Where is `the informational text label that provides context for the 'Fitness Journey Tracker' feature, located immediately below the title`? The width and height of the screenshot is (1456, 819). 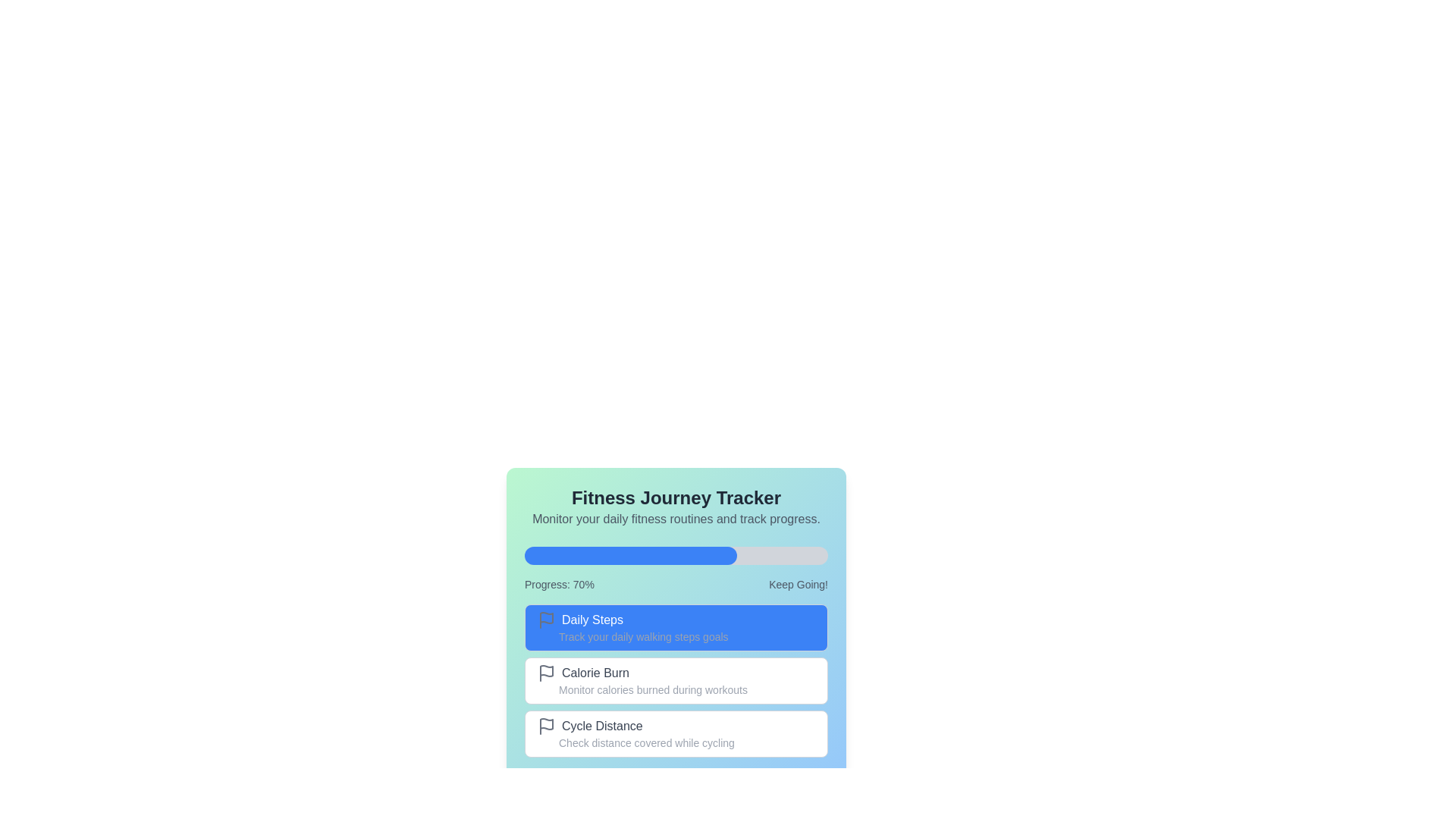
the informational text label that provides context for the 'Fitness Journey Tracker' feature, located immediately below the title is located at coordinates (676, 519).